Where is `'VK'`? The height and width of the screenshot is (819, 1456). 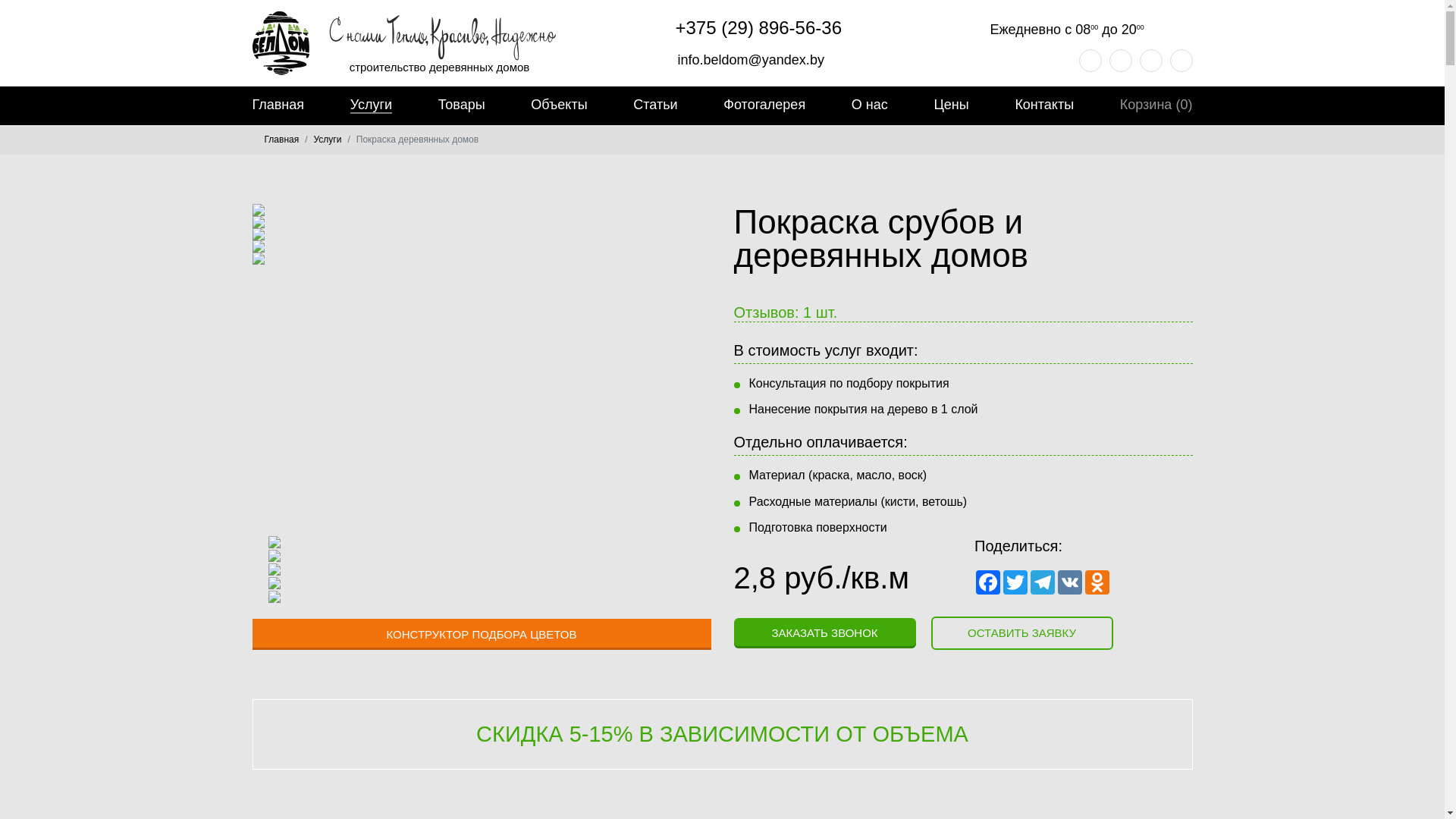 'VK' is located at coordinates (1055, 581).